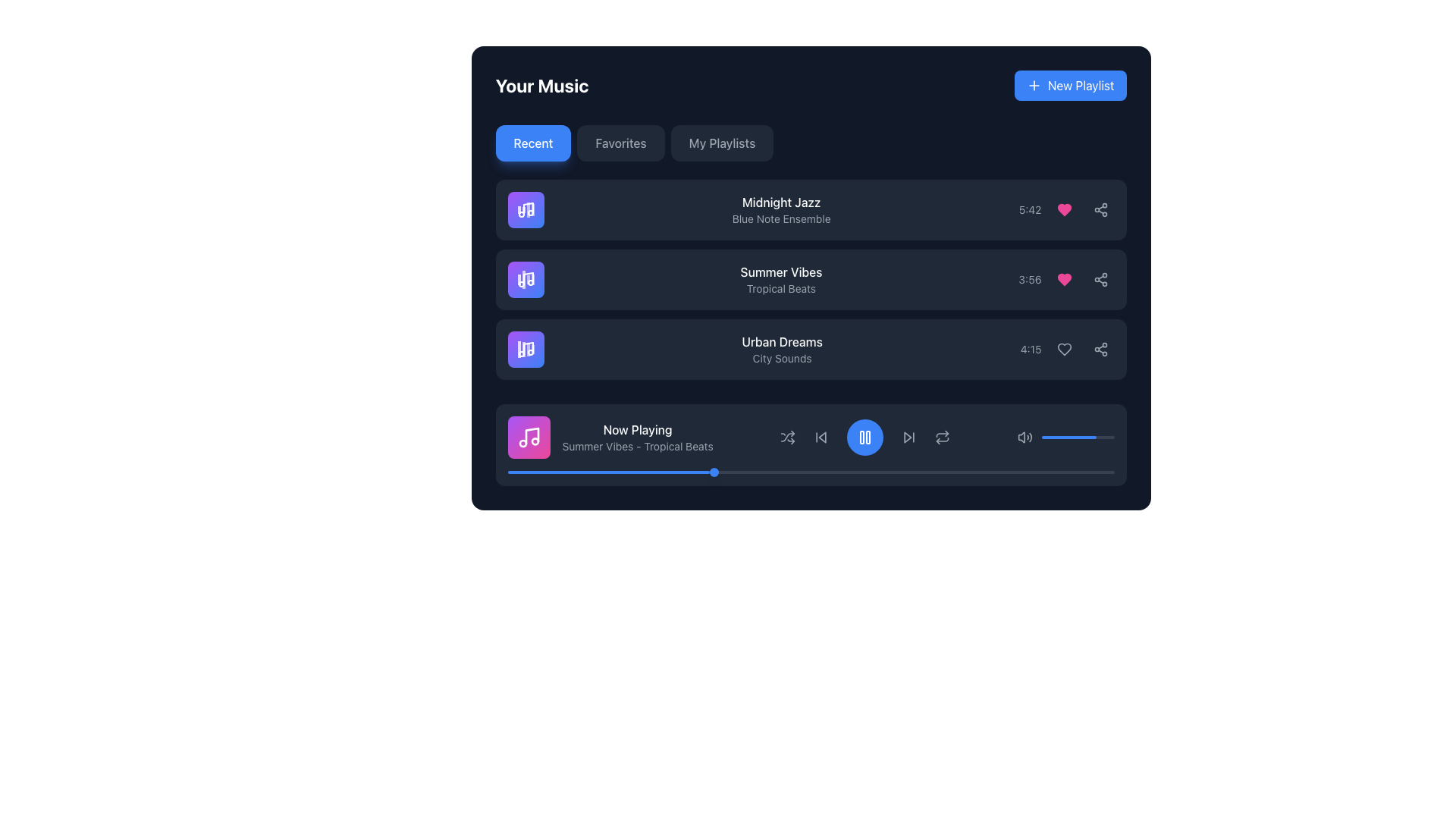 The image size is (1456, 819). What do you see at coordinates (1065, 472) in the screenshot?
I see `progress` at bounding box center [1065, 472].